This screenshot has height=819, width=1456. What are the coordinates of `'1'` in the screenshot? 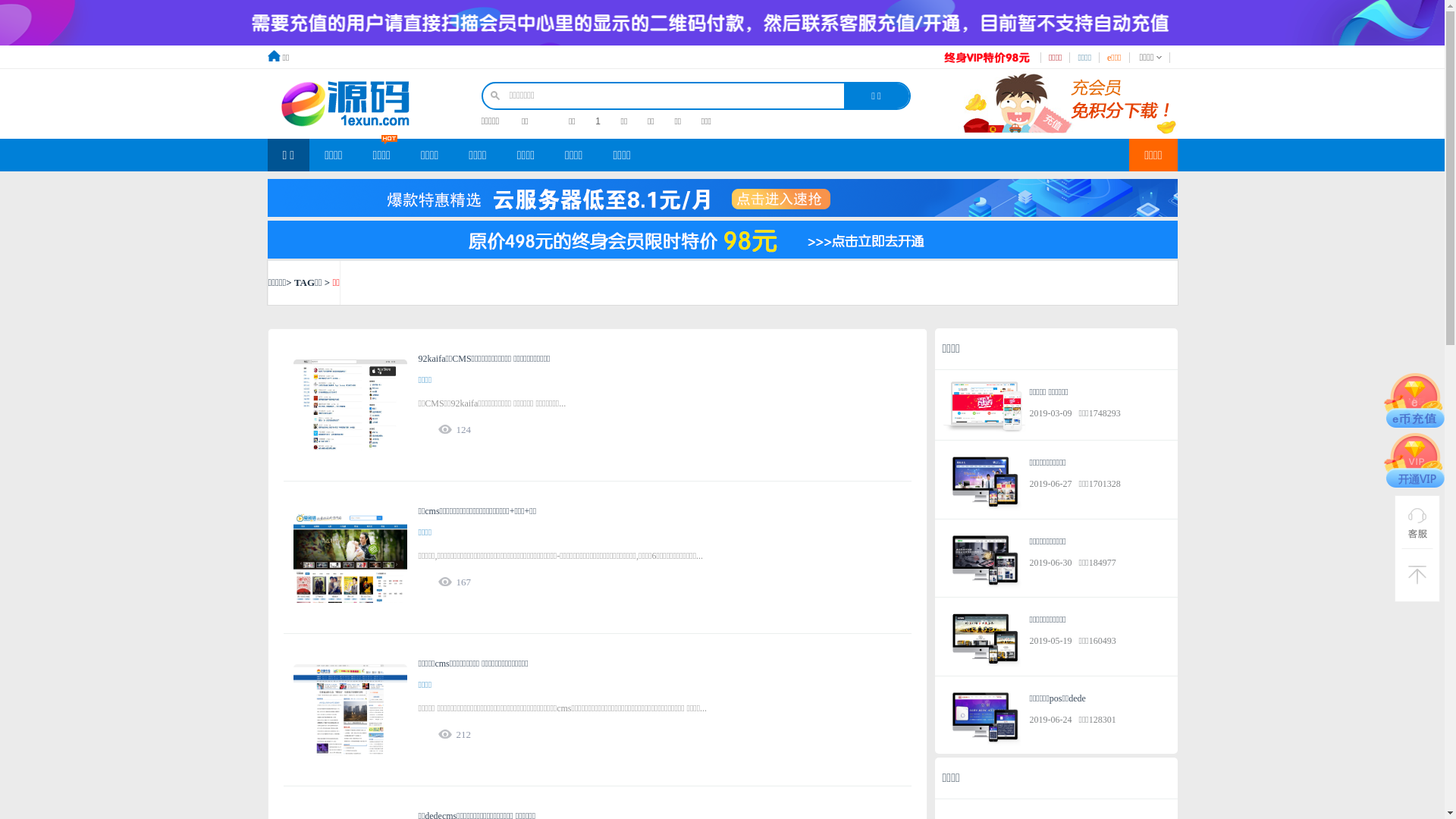 It's located at (595, 120).